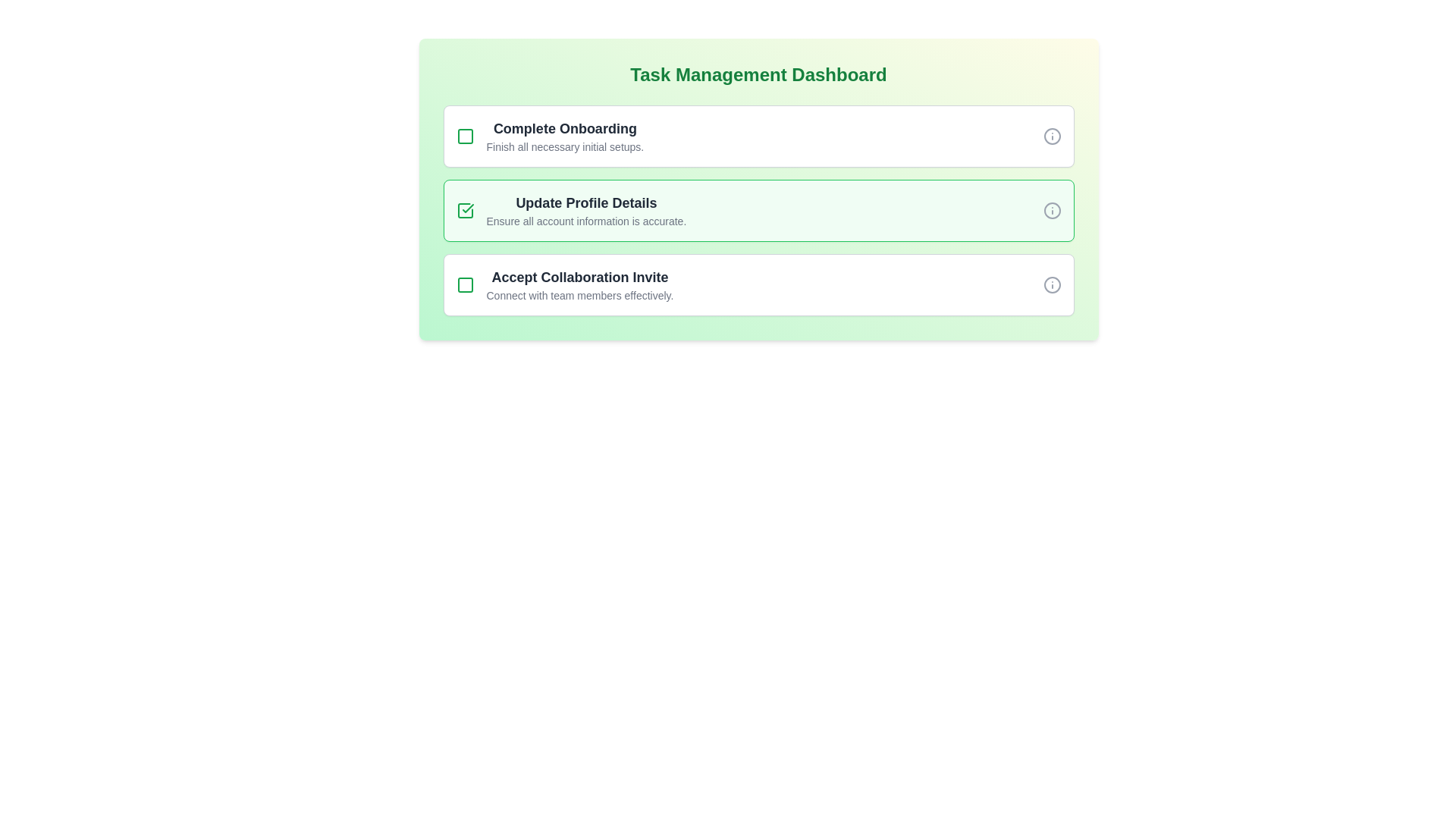 This screenshot has height=819, width=1456. Describe the element at coordinates (464, 136) in the screenshot. I see `the green-colored square outline of the Indicator box` at that location.